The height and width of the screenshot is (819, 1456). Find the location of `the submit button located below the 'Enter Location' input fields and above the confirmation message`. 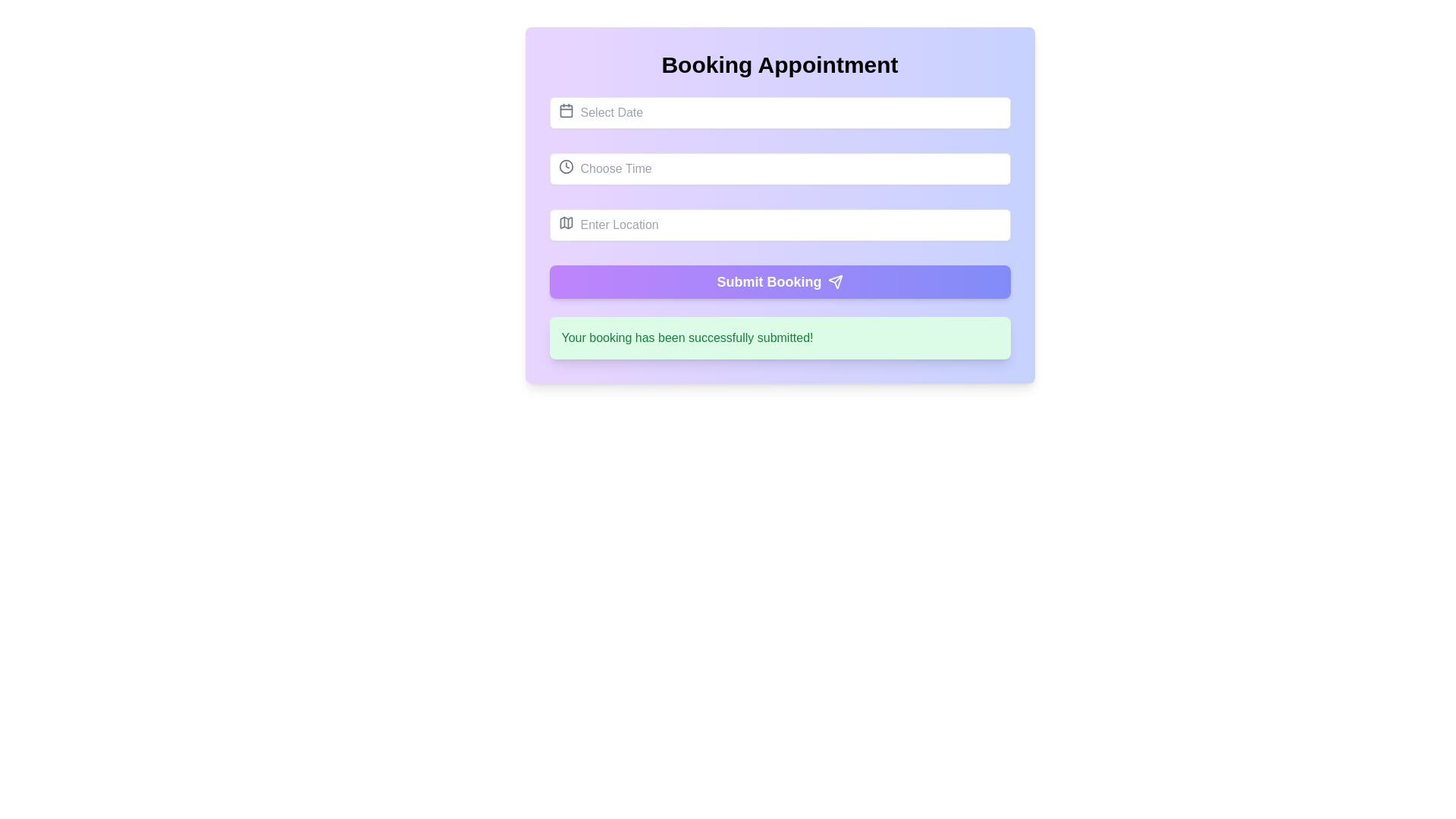

the submit button located below the 'Enter Location' input fields and above the confirmation message is located at coordinates (780, 281).